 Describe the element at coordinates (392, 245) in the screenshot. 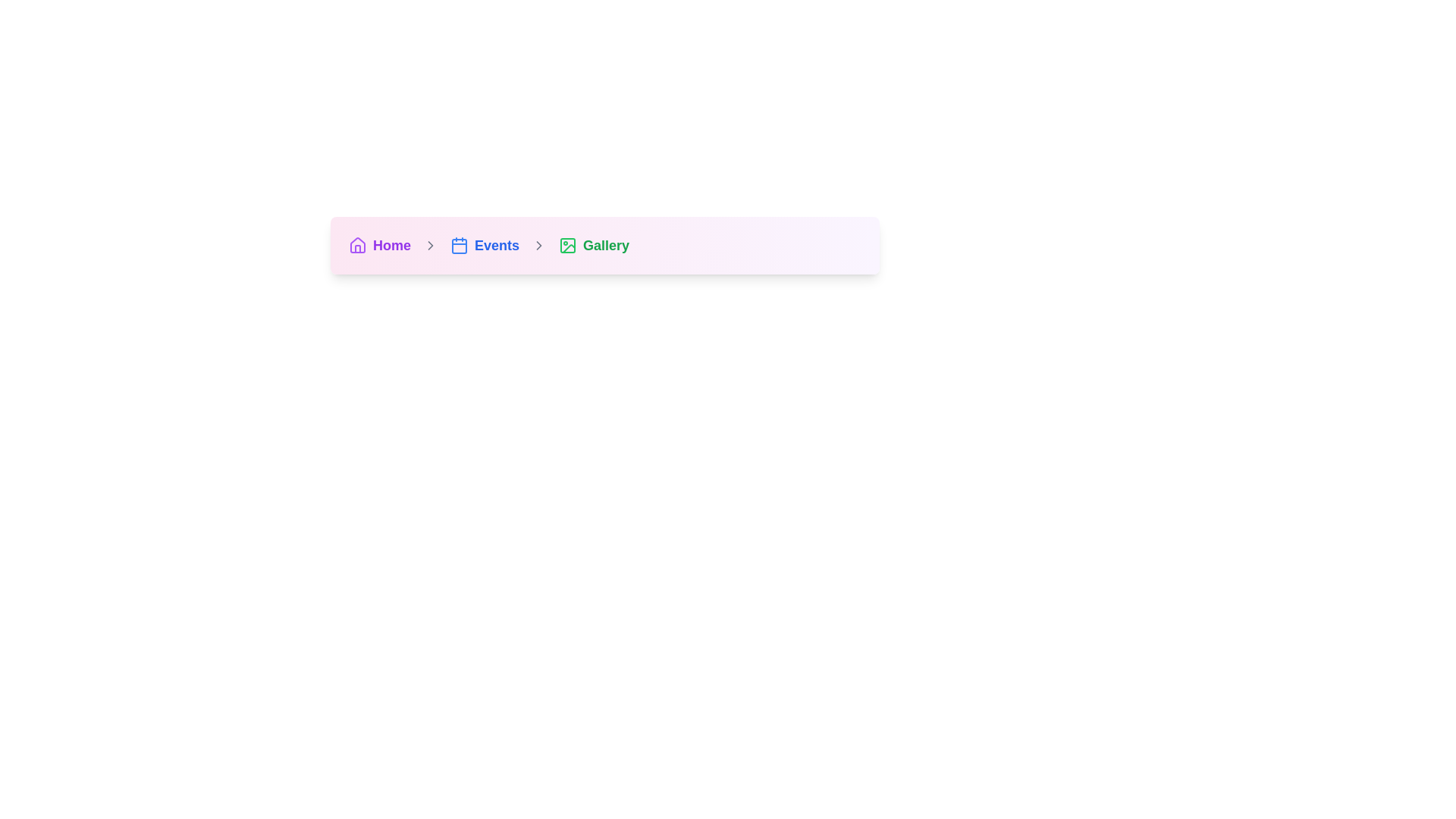

I see `the first clickable text element` at that location.